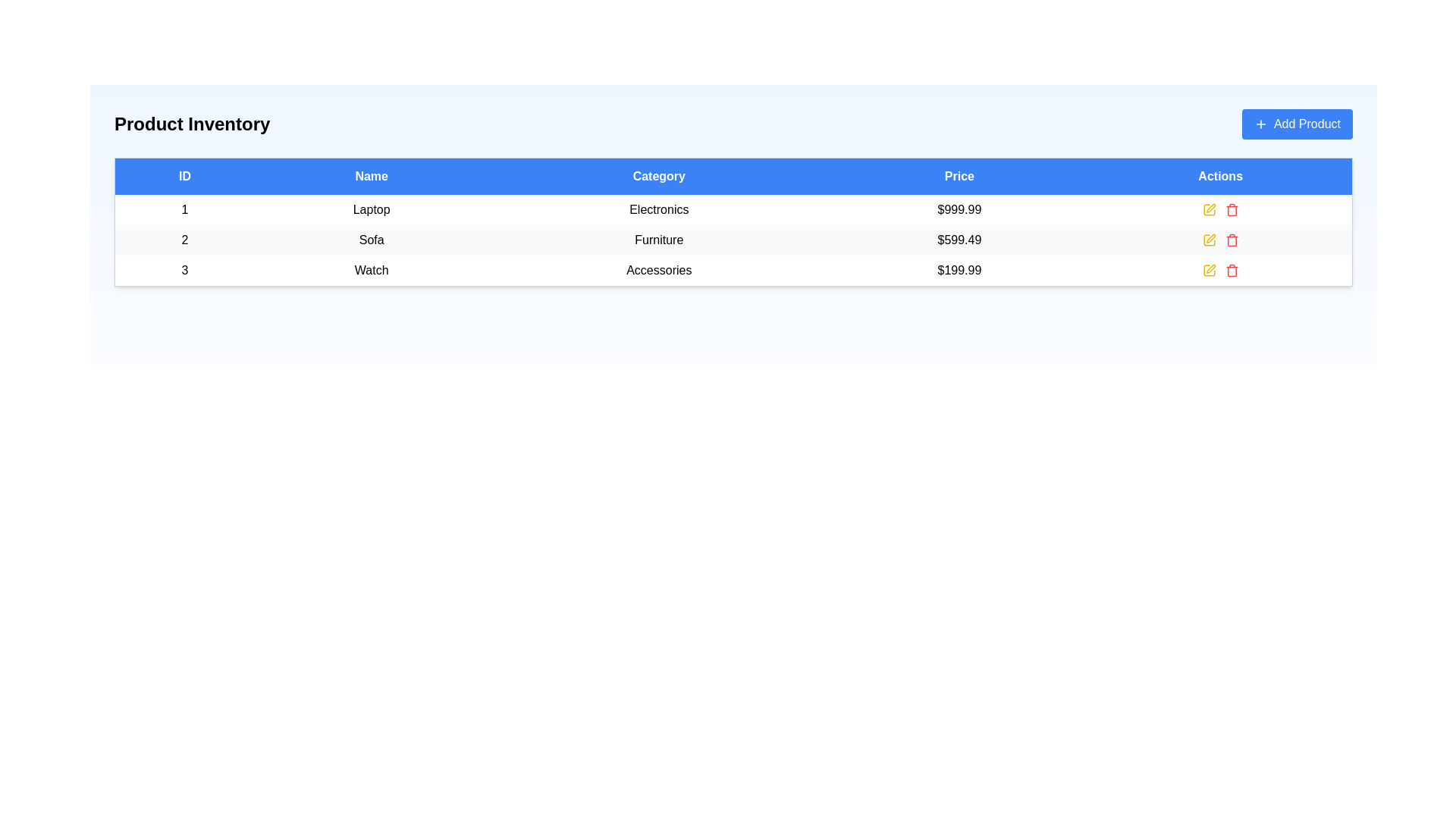 The height and width of the screenshot is (819, 1456). What do you see at coordinates (184, 270) in the screenshot?
I see `the Text Display element that contains the number '3', located in the first column of the third row within a table layout` at bounding box center [184, 270].